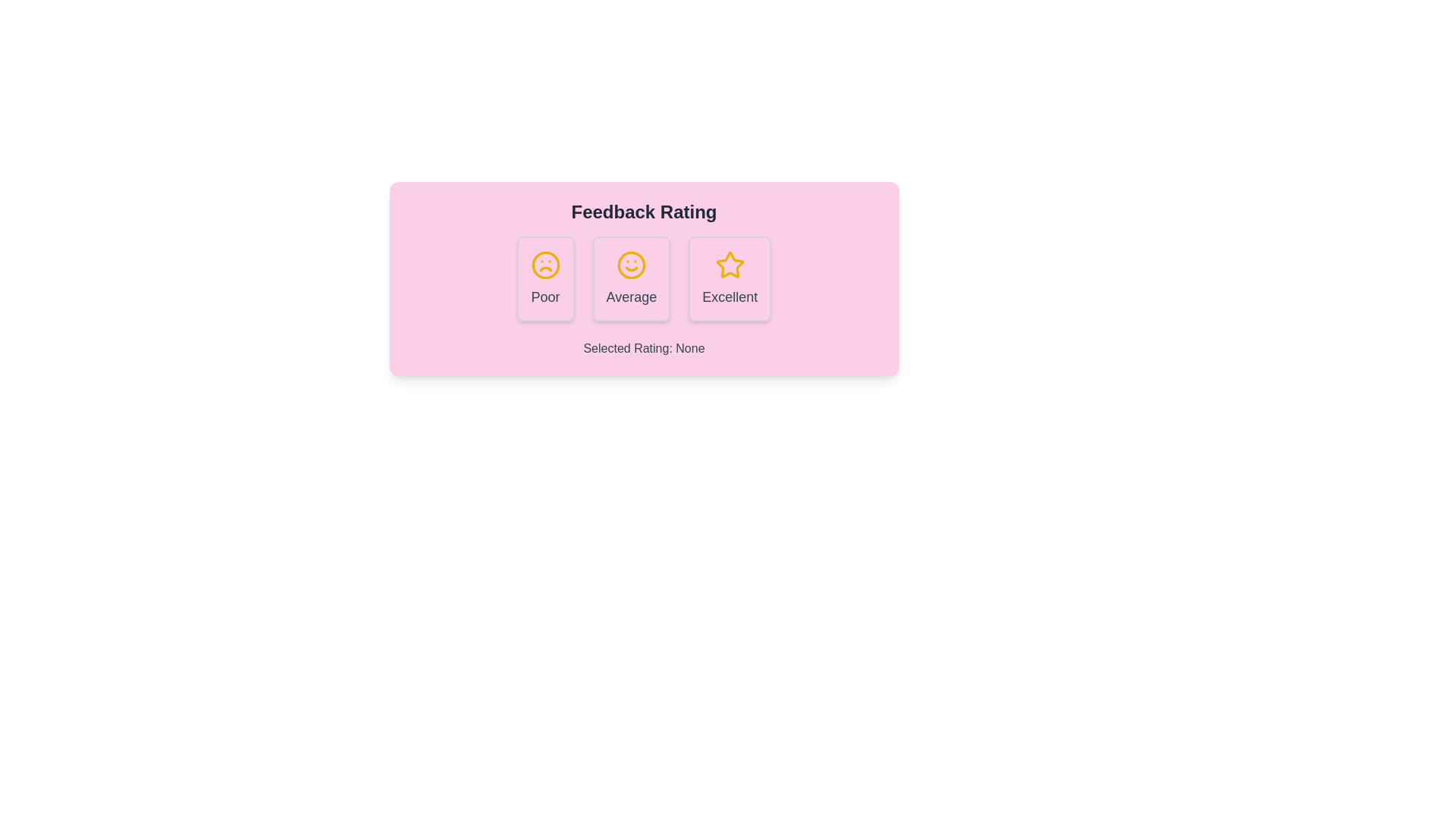 The image size is (1456, 819). Describe the element at coordinates (545, 278) in the screenshot. I see `the interactive button labeled 'Poor' which features a yellow frown face icon` at that location.